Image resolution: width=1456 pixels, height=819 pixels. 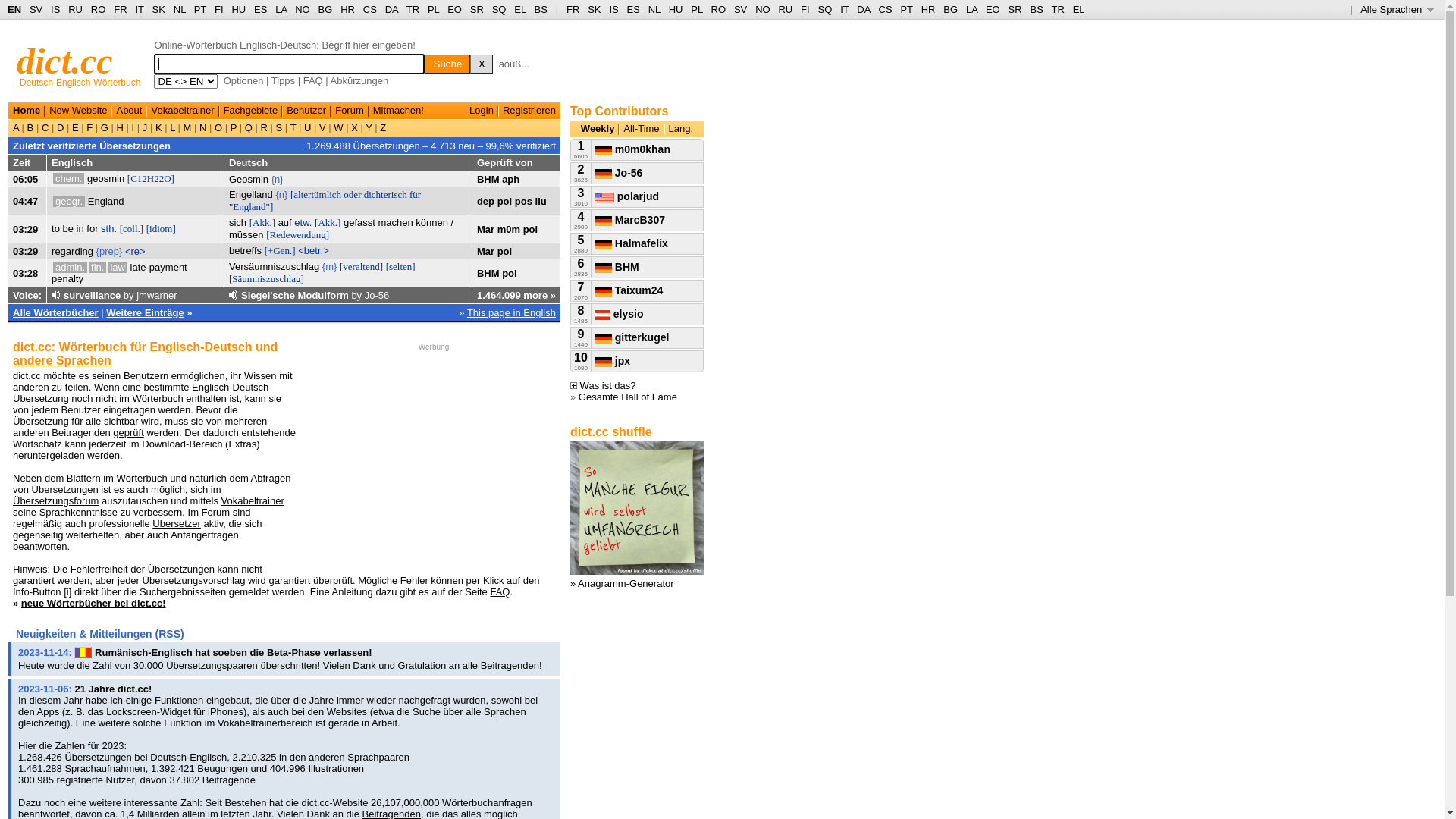 I want to click on 'Mar', so click(x=485, y=250).